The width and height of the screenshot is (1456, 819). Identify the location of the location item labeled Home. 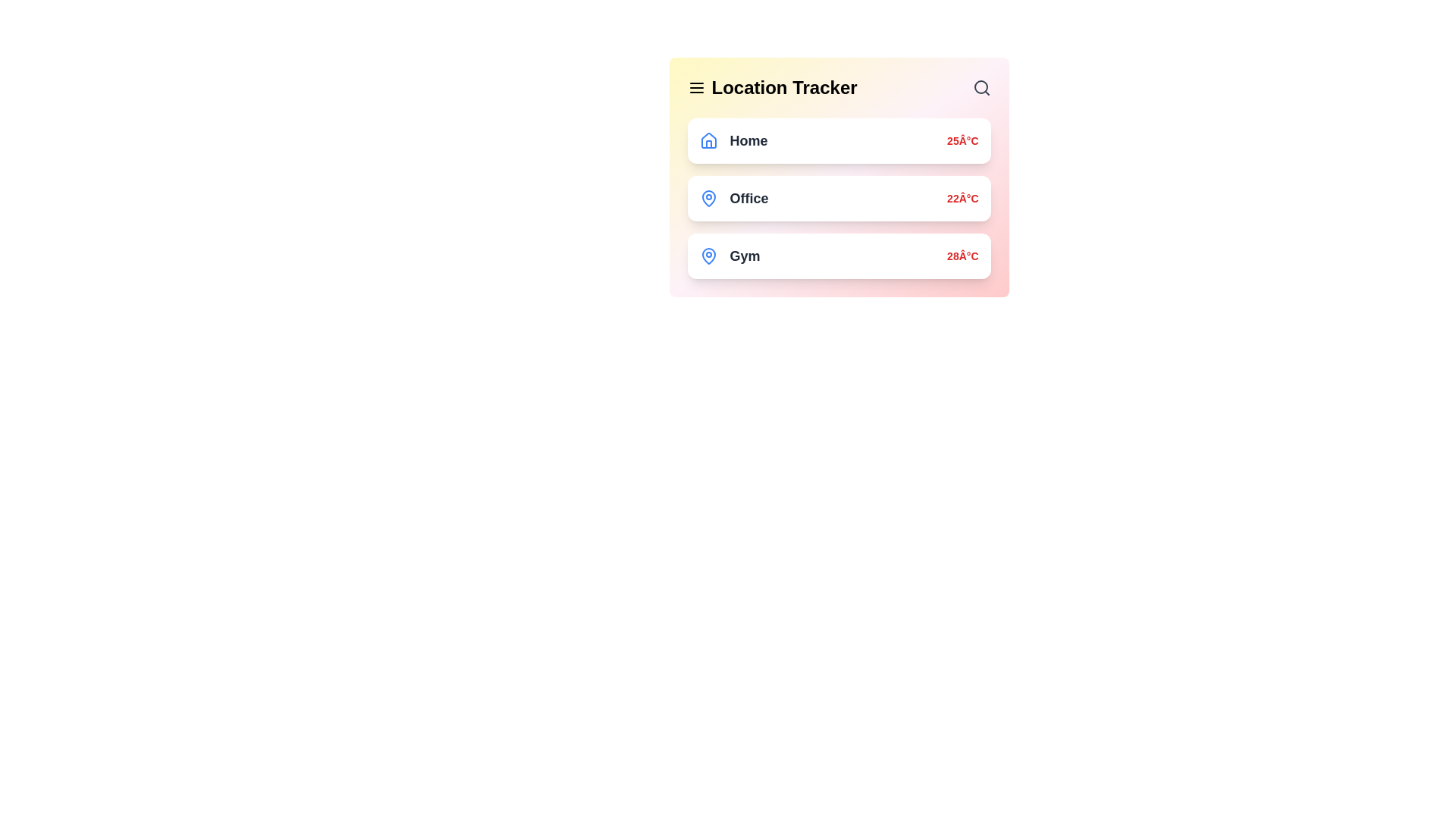
(838, 140).